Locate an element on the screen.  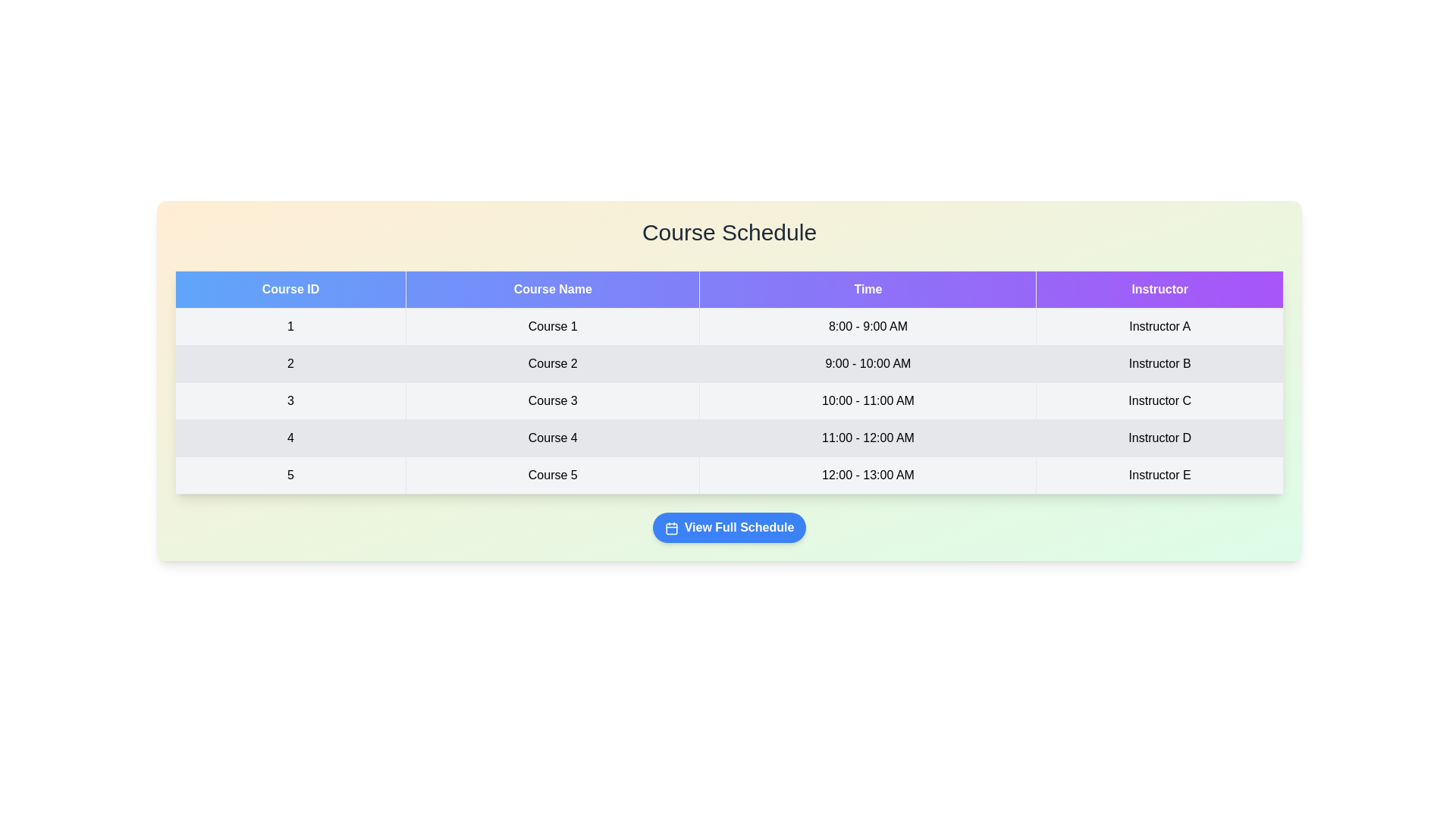
the row corresponding to 4 is located at coordinates (729, 438).